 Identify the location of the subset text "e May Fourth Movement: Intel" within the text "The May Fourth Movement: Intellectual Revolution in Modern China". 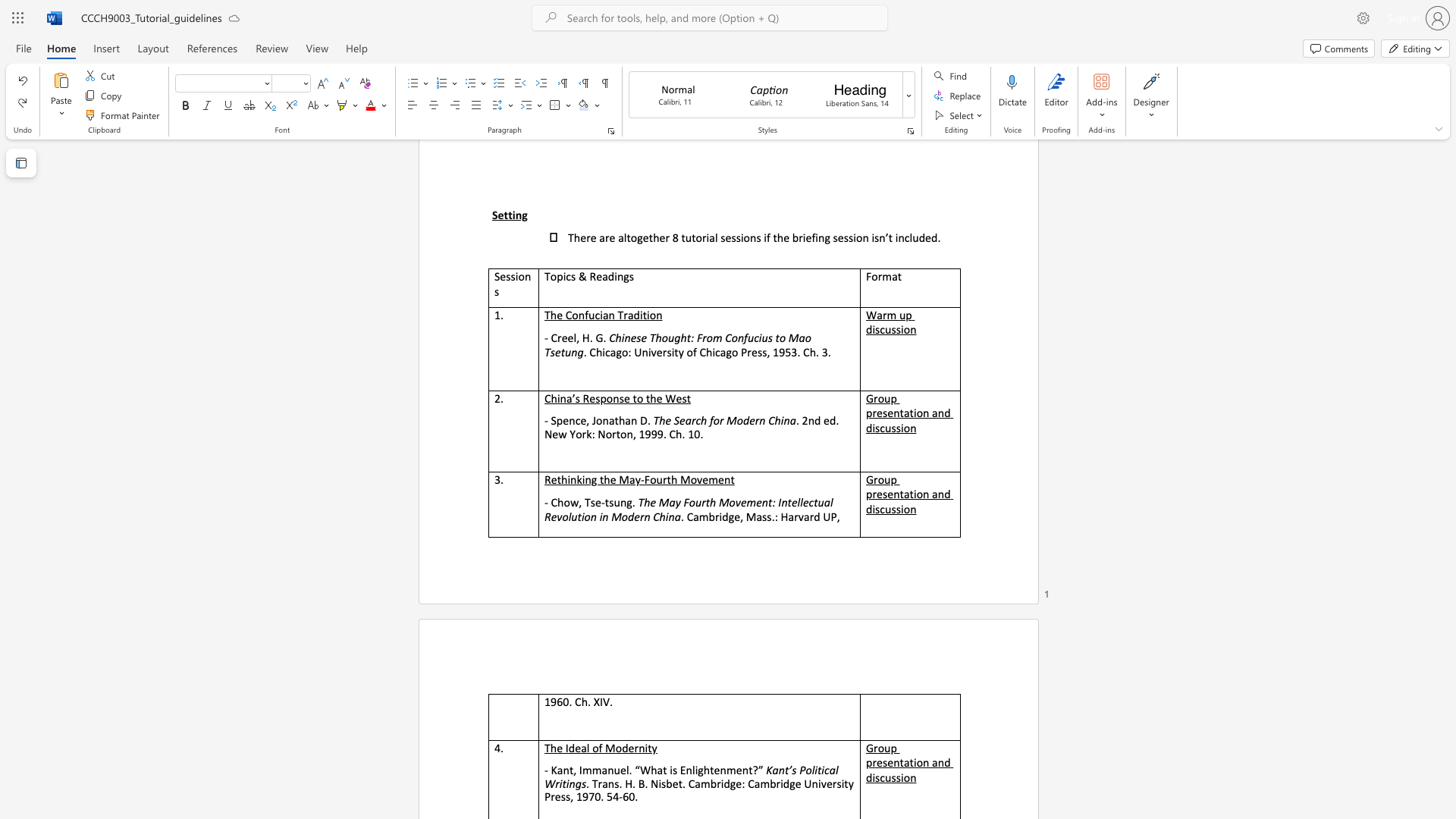
(650, 502).